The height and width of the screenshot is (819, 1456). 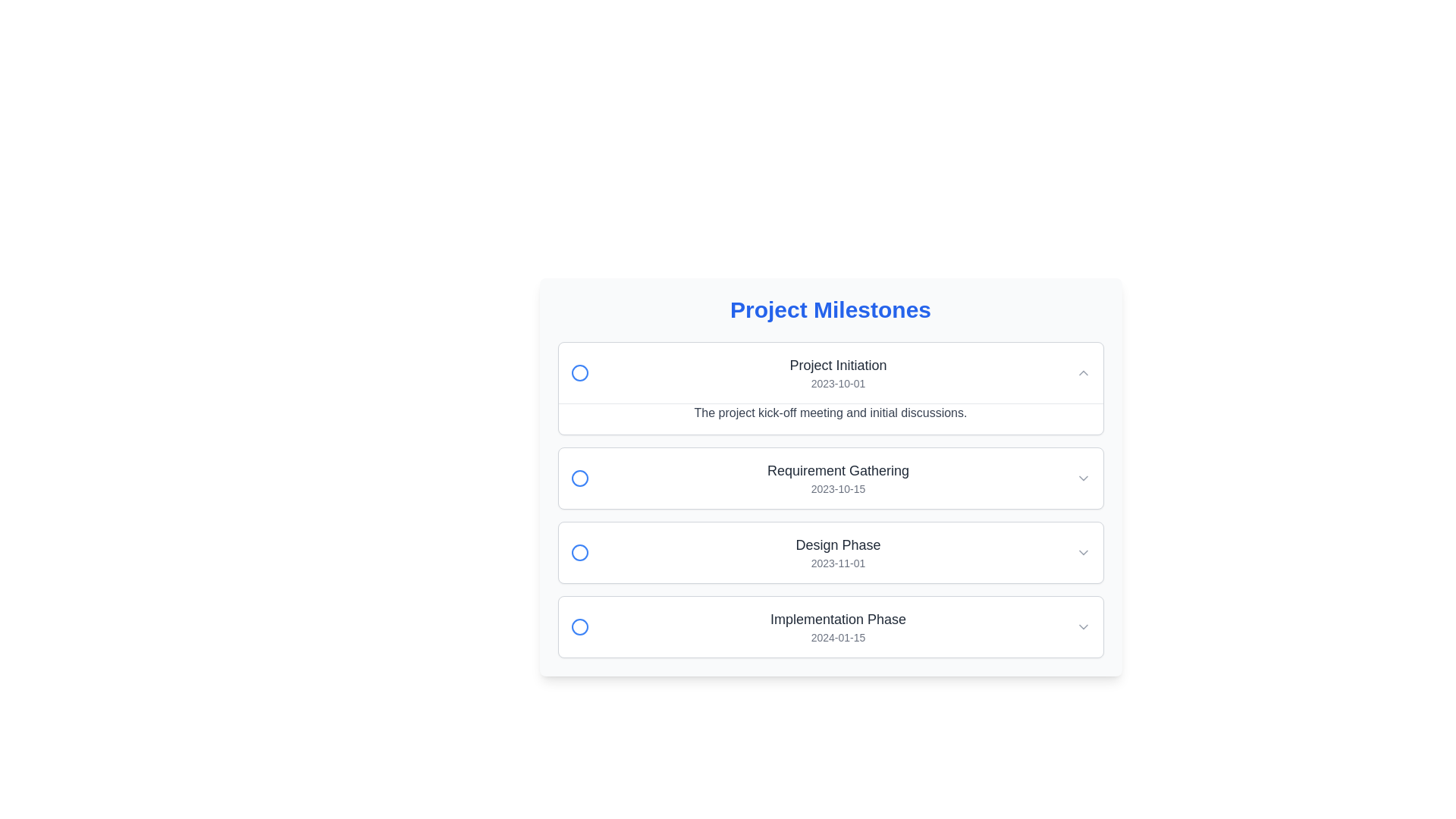 What do you see at coordinates (837, 620) in the screenshot?
I see `static text 'Implementation Phase' located on the fourth milestone card in the 'Project Milestones' section, which is positioned above the date '2024-01-15'` at bounding box center [837, 620].